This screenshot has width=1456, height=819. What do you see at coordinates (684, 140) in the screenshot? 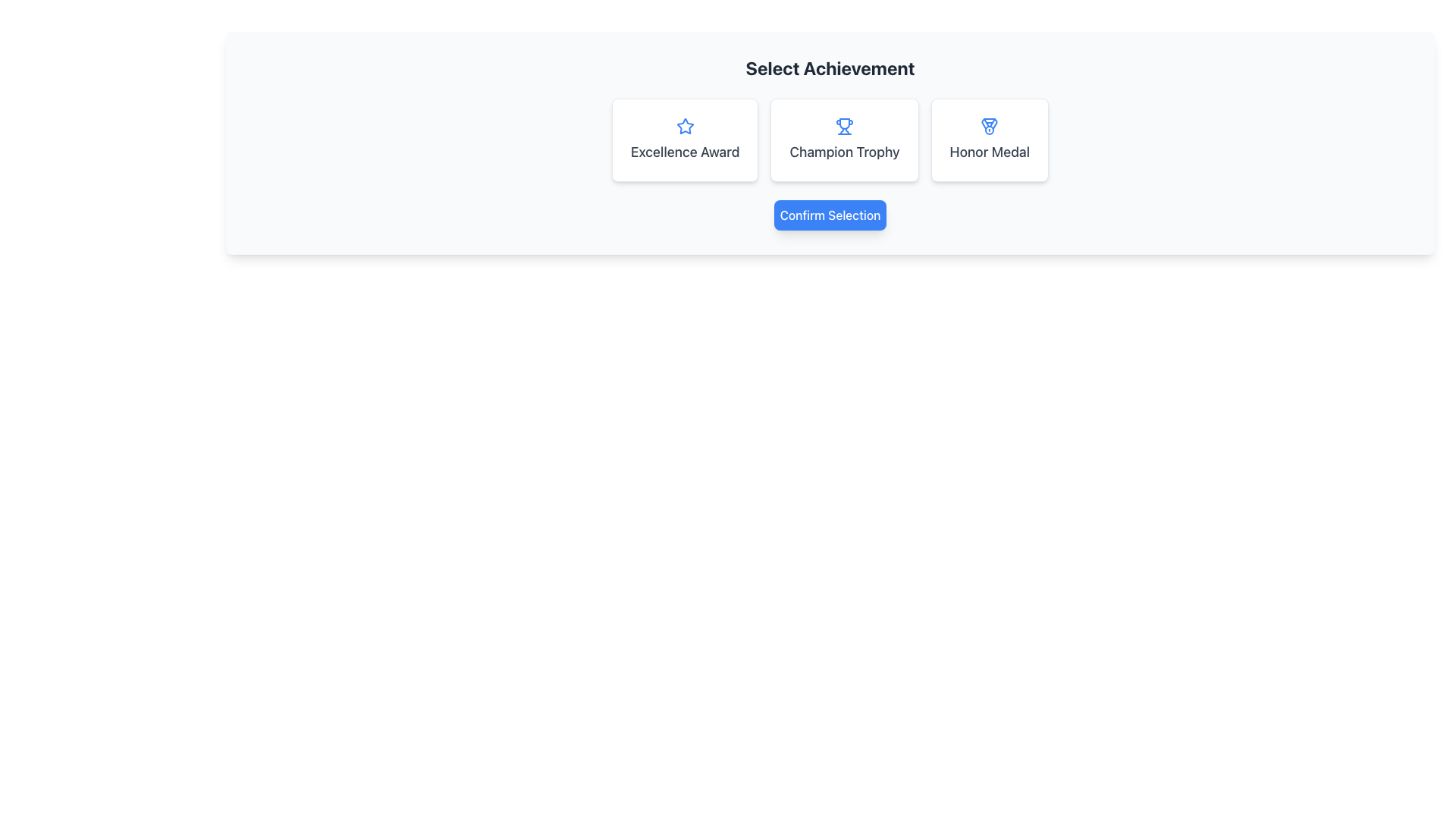
I see `the 'Excellence Award' selectable card` at bounding box center [684, 140].